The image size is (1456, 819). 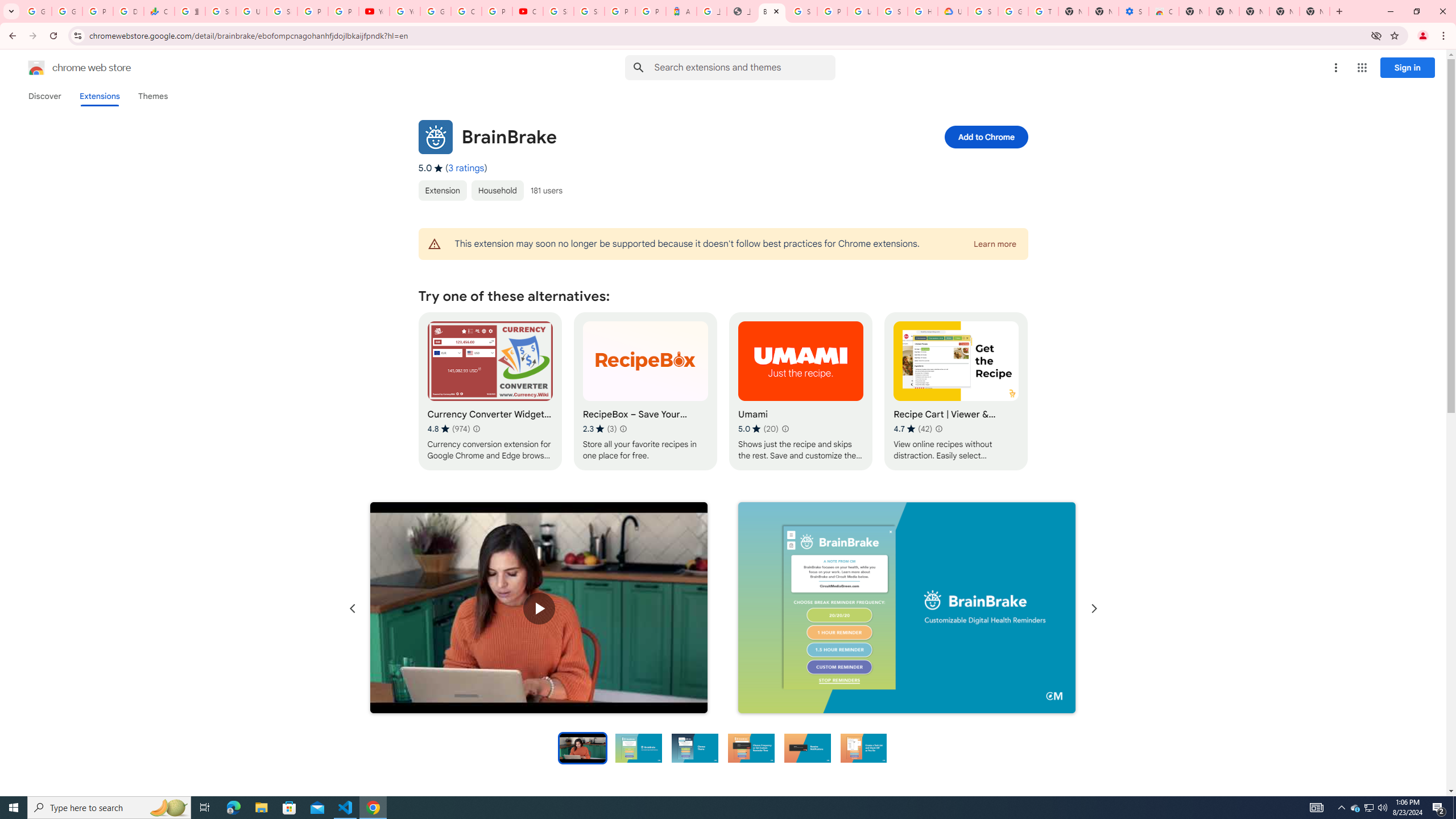 What do you see at coordinates (152, 96) in the screenshot?
I see `'Themes'` at bounding box center [152, 96].